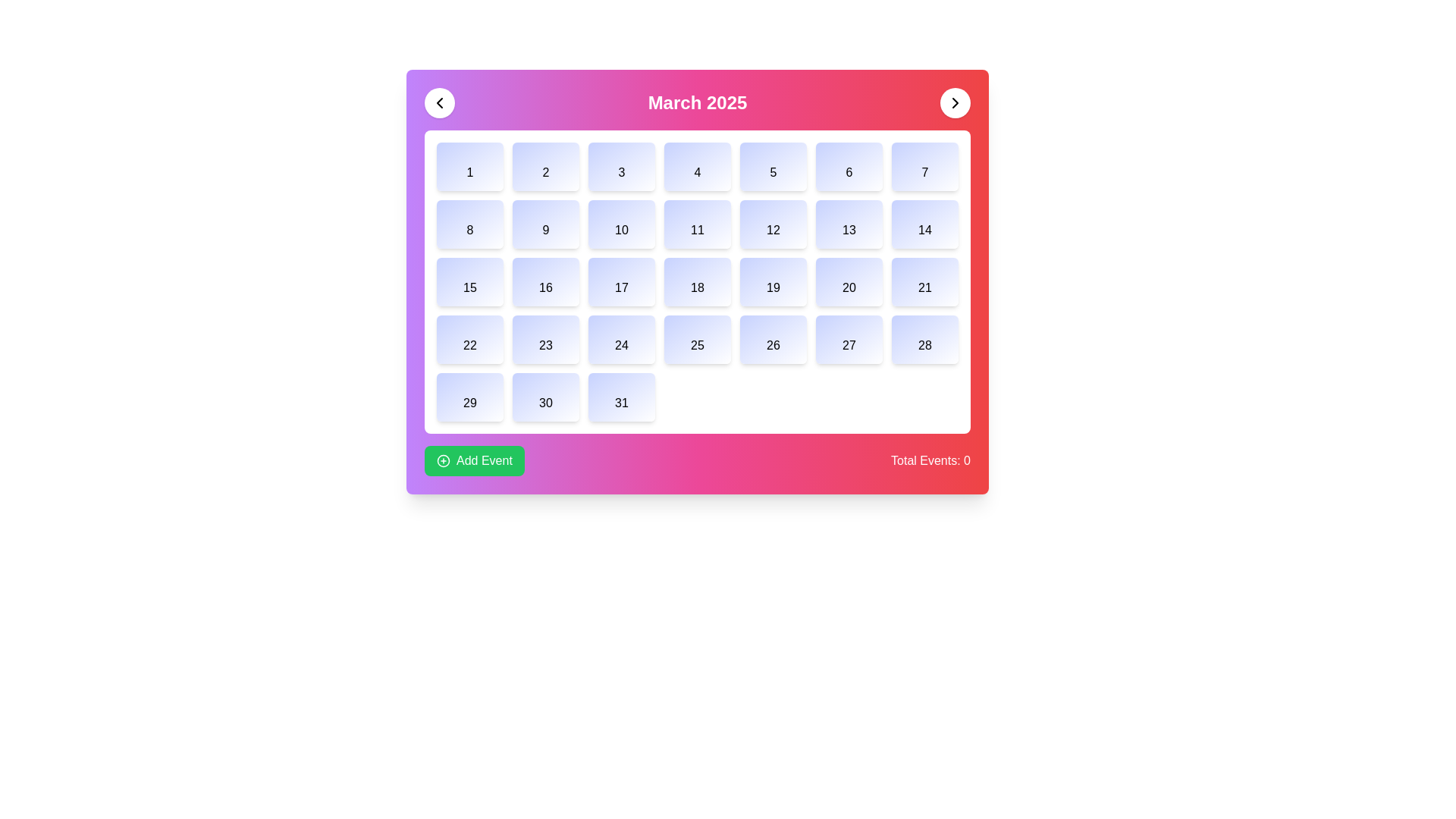  What do you see at coordinates (848, 224) in the screenshot?
I see `the text label representing the 13th day of the month in the second row, seventh column of the calendar grid layout` at bounding box center [848, 224].